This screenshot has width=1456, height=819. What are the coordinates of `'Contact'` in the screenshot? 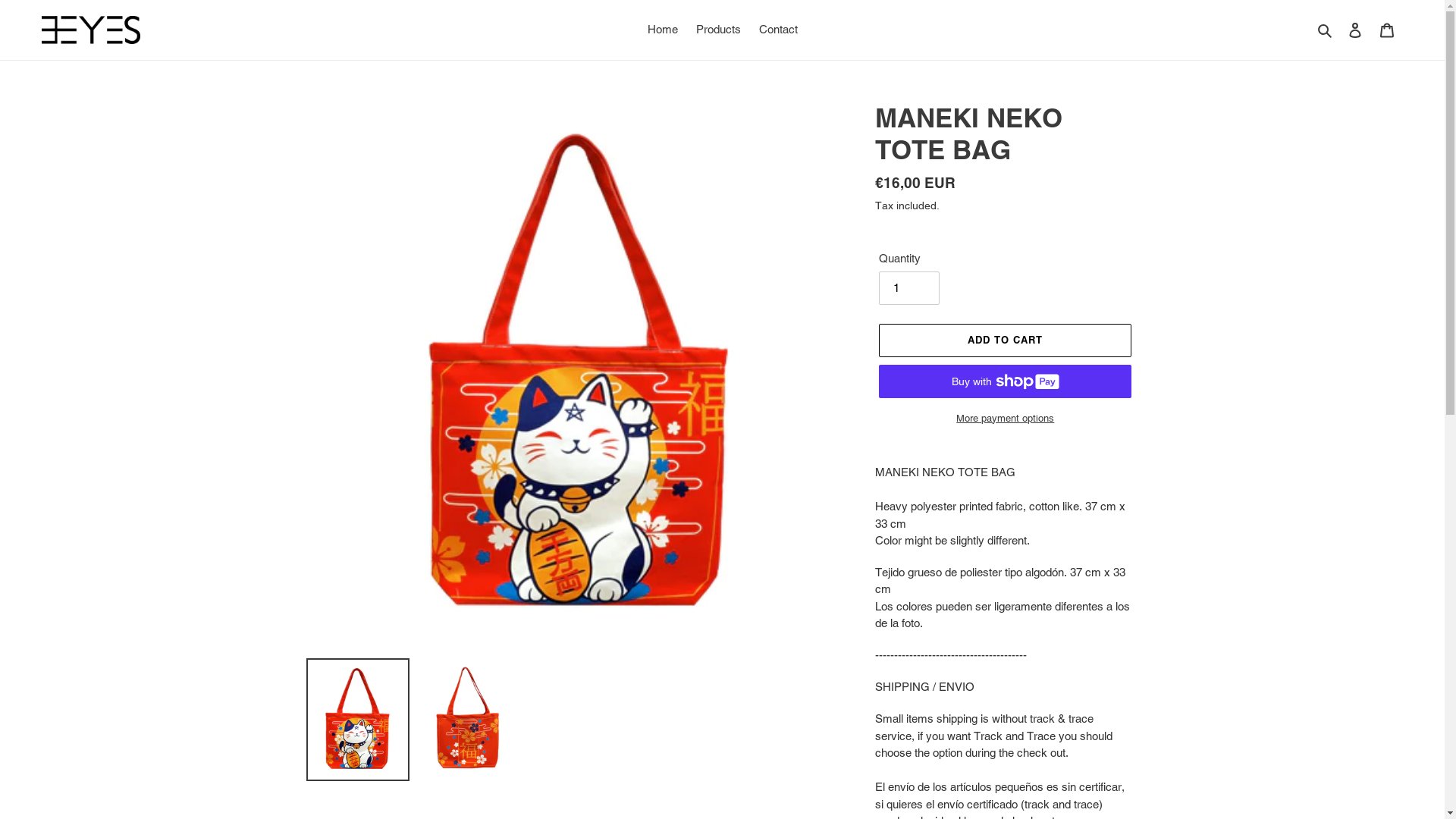 It's located at (777, 30).